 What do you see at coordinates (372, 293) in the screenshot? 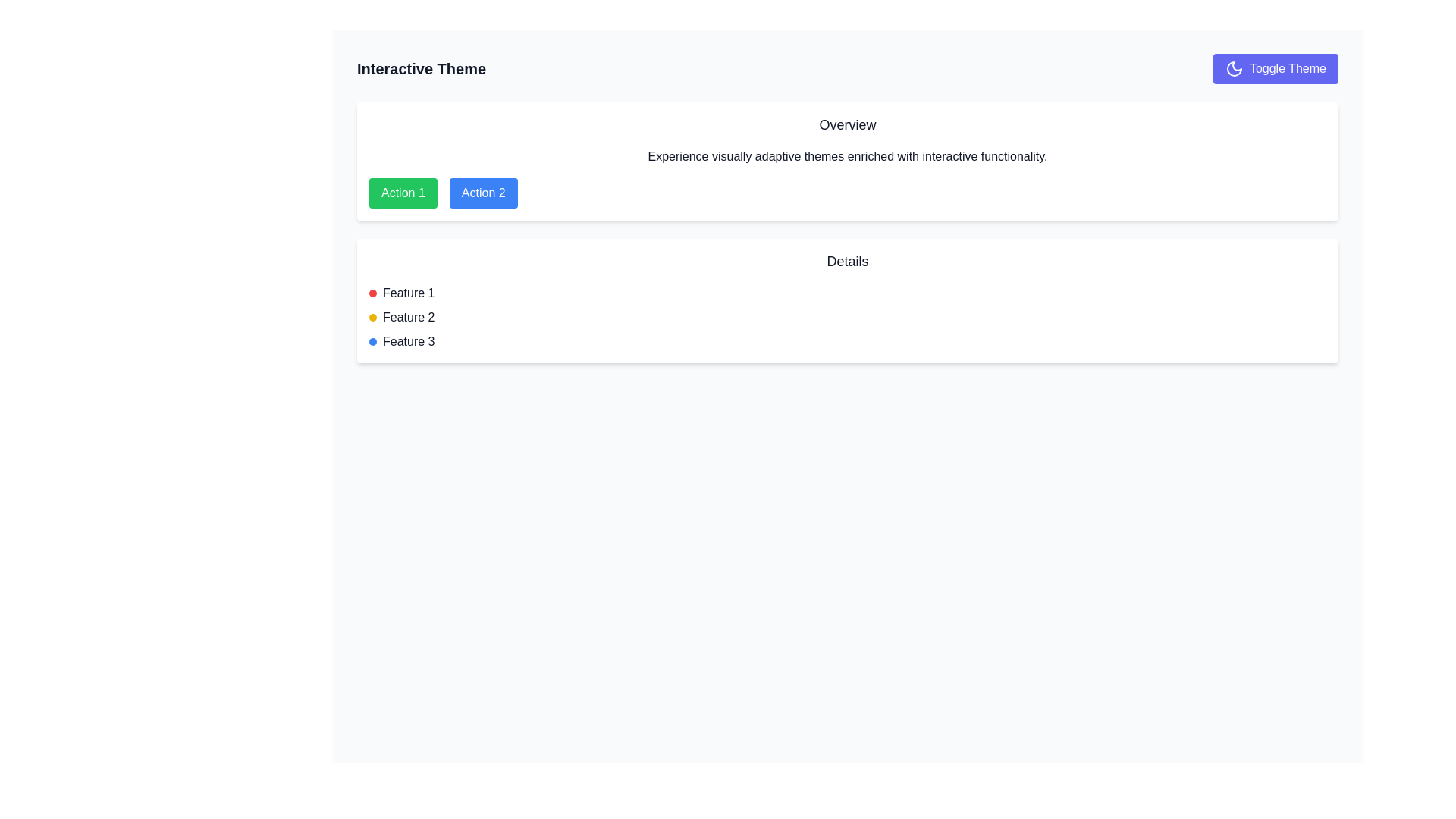
I see `the Colored Indicator Dot associated with 'Feature 1' in the 'Details' section` at bounding box center [372, 293].